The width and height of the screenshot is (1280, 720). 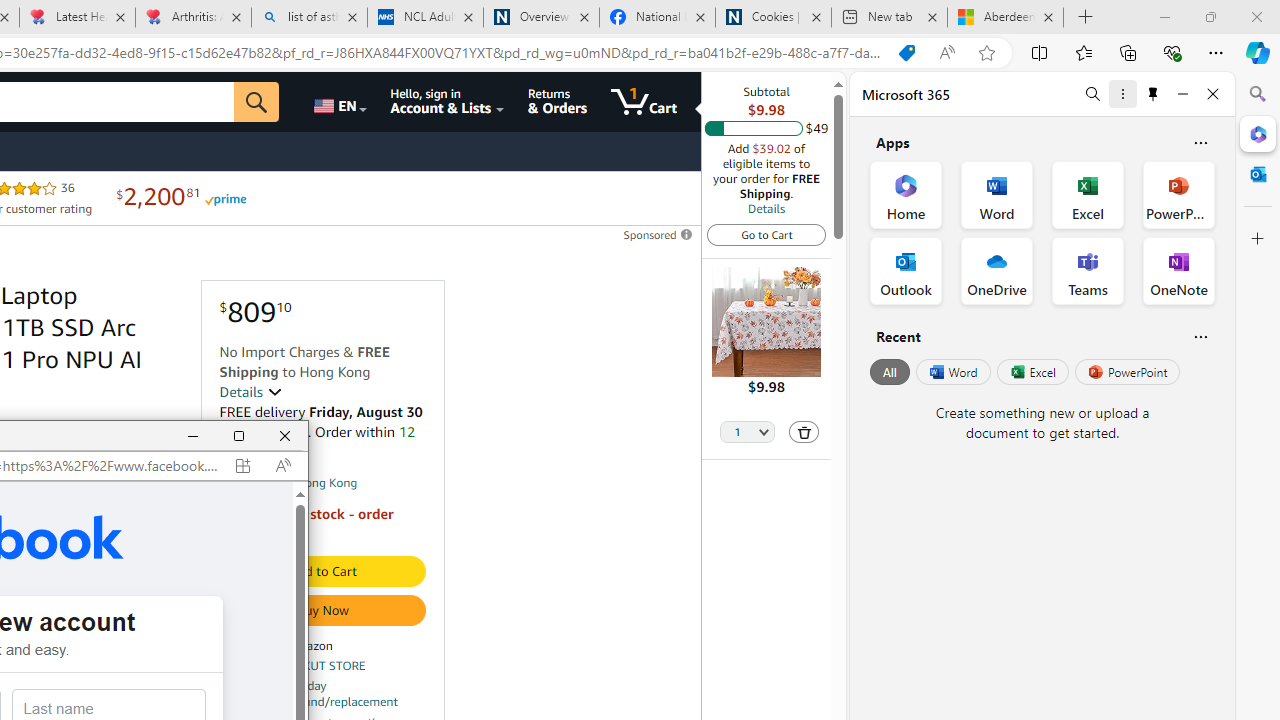 I want to click on 'Excel', so click(x=1032, y=372).